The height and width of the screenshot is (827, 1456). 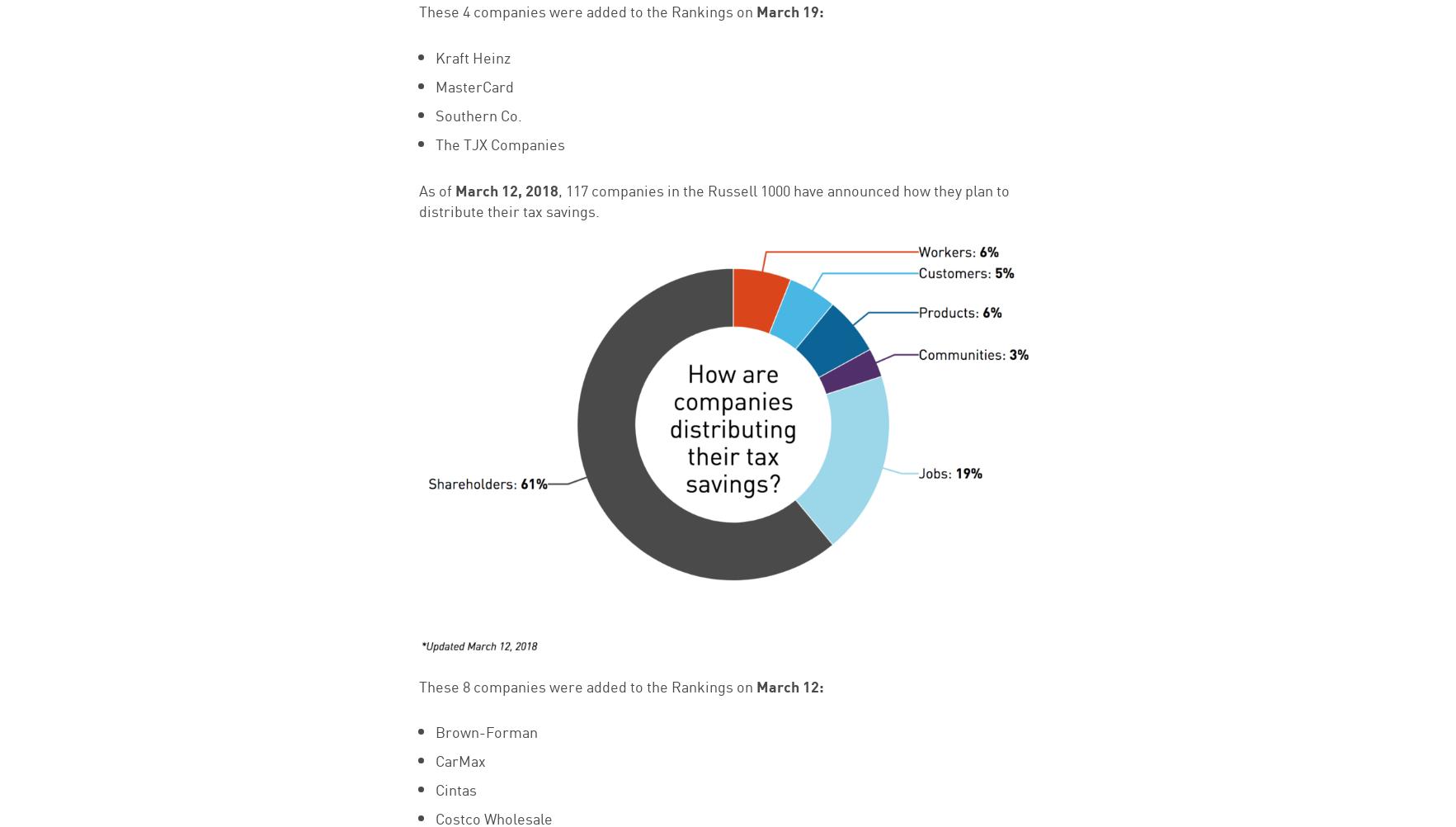 I want to click on 'MasterCard', so click(x=473, y=84).